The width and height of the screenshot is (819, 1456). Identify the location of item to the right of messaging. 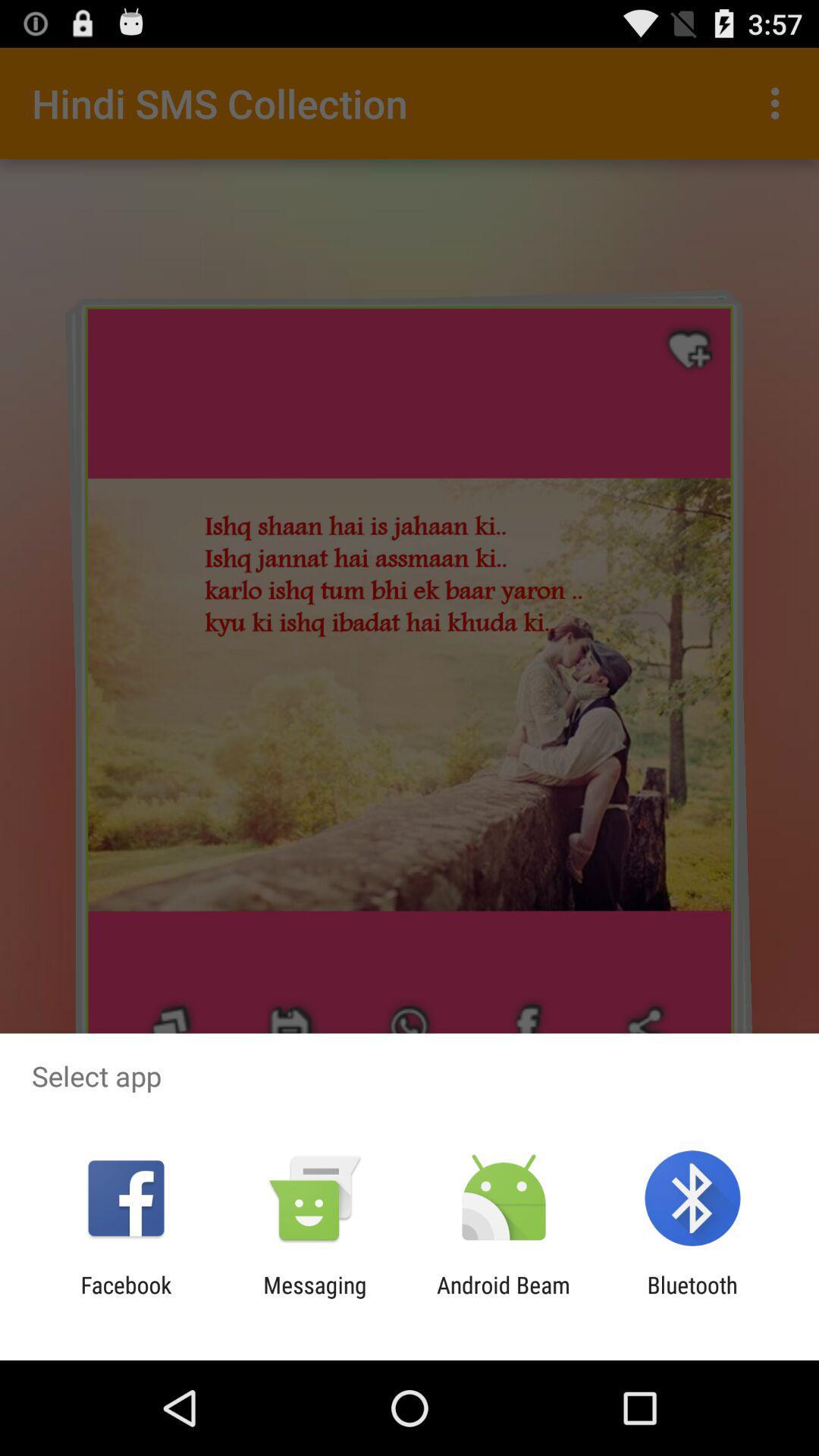
(504, 1298).